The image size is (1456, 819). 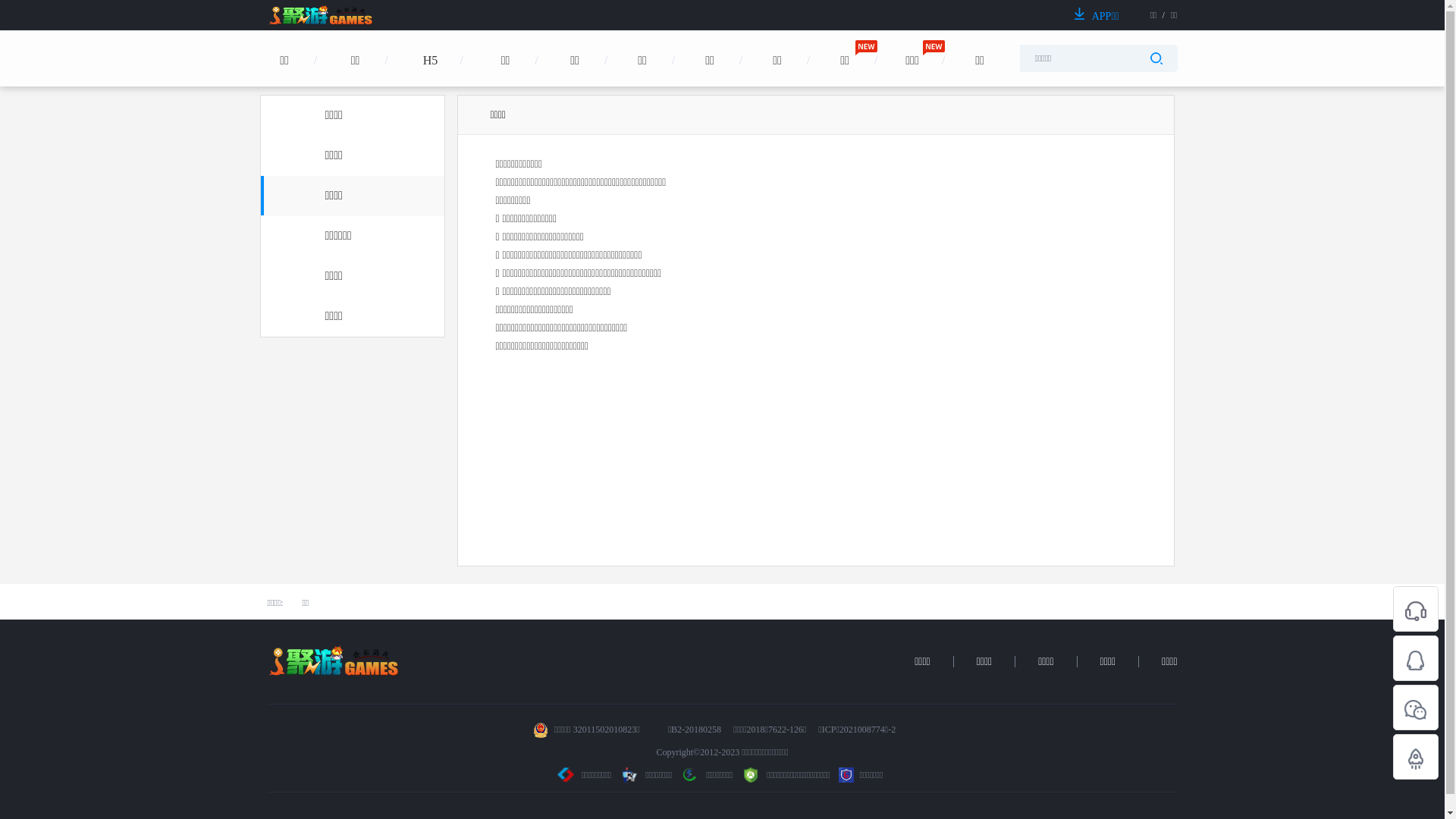 What do you see at coordinates (428, 87) in the screenshot?
I see `'H5'` at bounding box center [428, 87].